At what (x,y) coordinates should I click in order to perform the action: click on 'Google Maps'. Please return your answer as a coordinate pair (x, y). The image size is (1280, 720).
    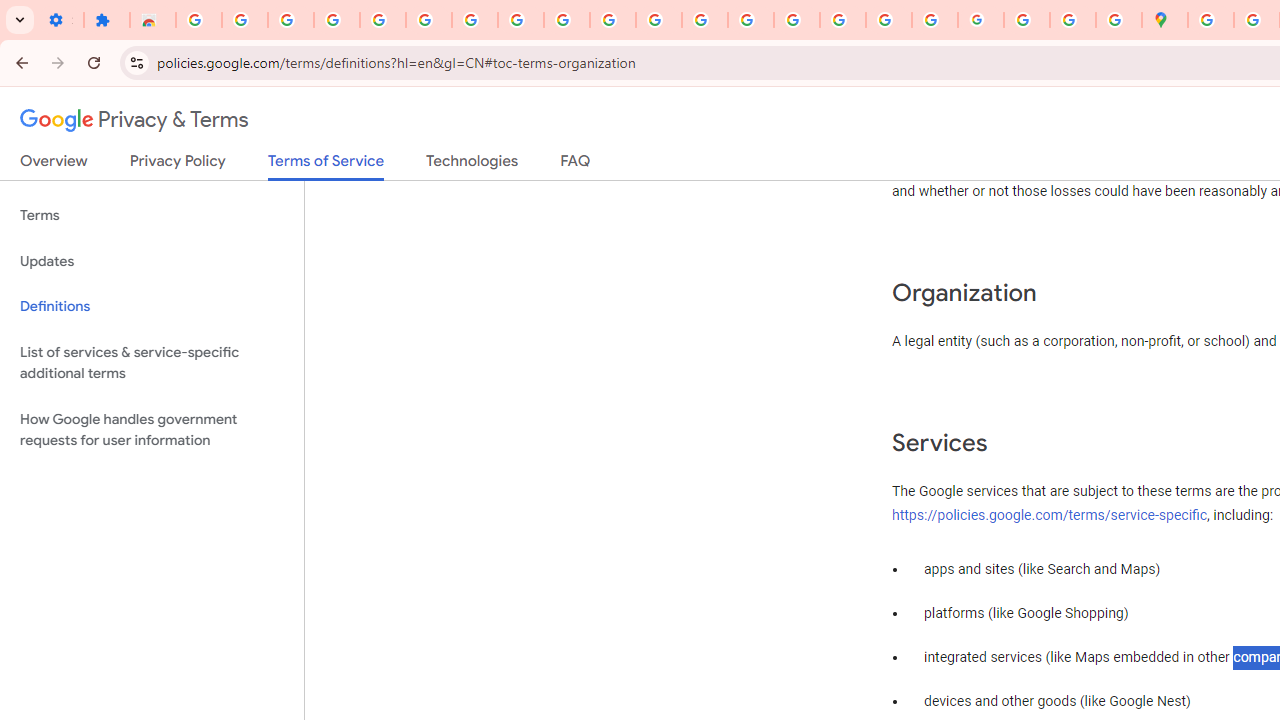
    Looking at the image, I should click on (1164, 20).